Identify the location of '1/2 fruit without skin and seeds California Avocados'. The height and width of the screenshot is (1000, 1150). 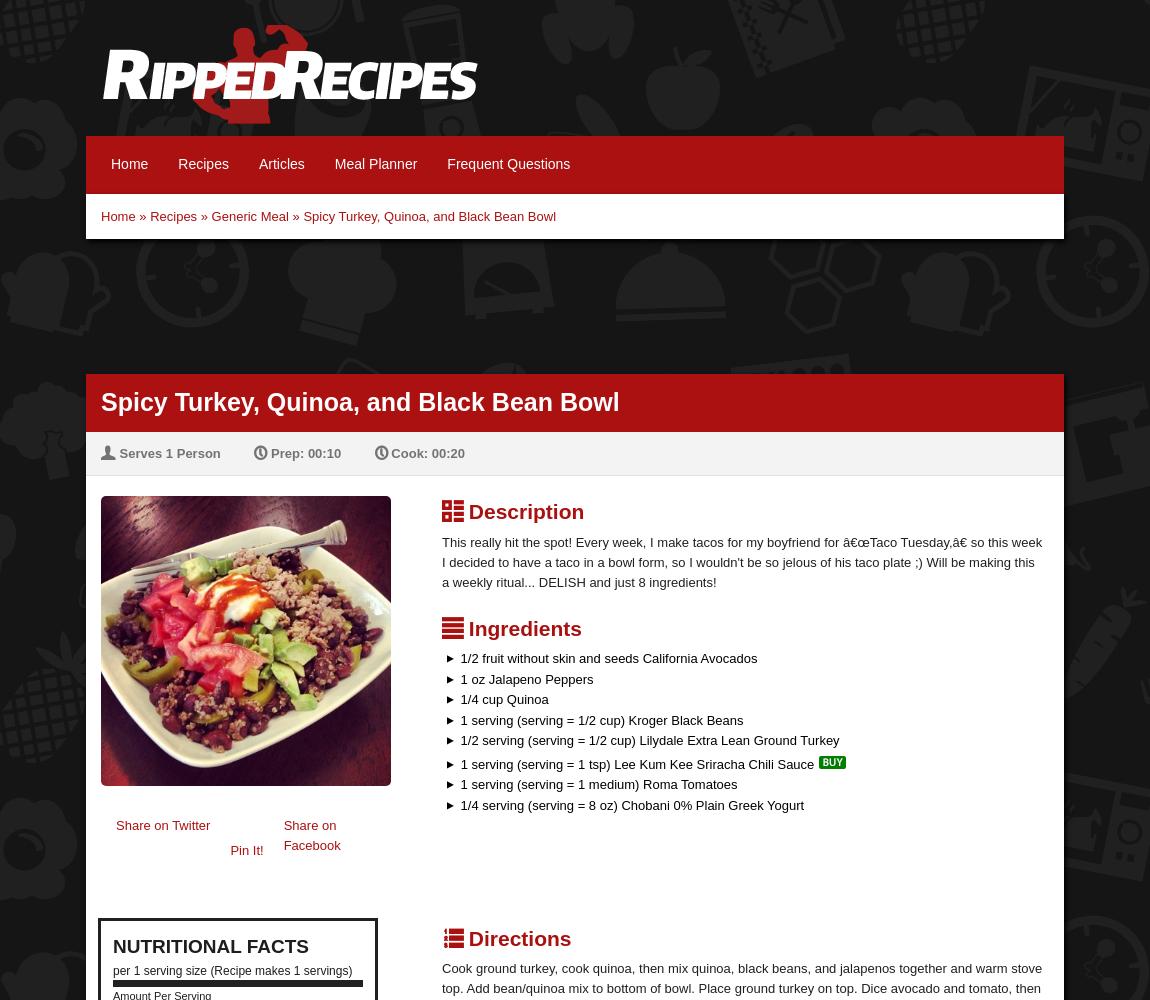
(605, 658).